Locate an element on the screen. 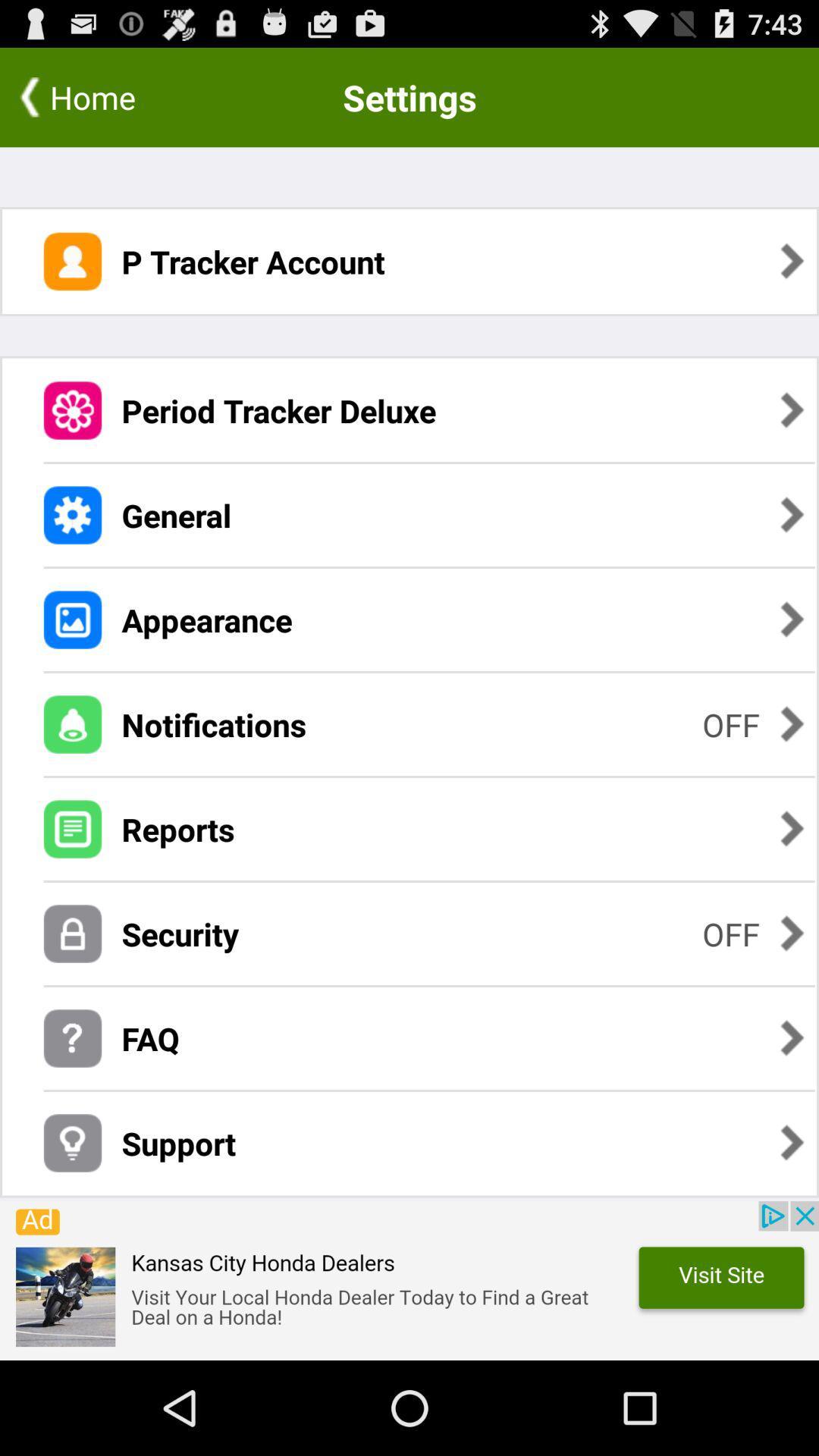 The width and height of the screenshot is (819, 1456). site is located at coordinates (409, 1280).